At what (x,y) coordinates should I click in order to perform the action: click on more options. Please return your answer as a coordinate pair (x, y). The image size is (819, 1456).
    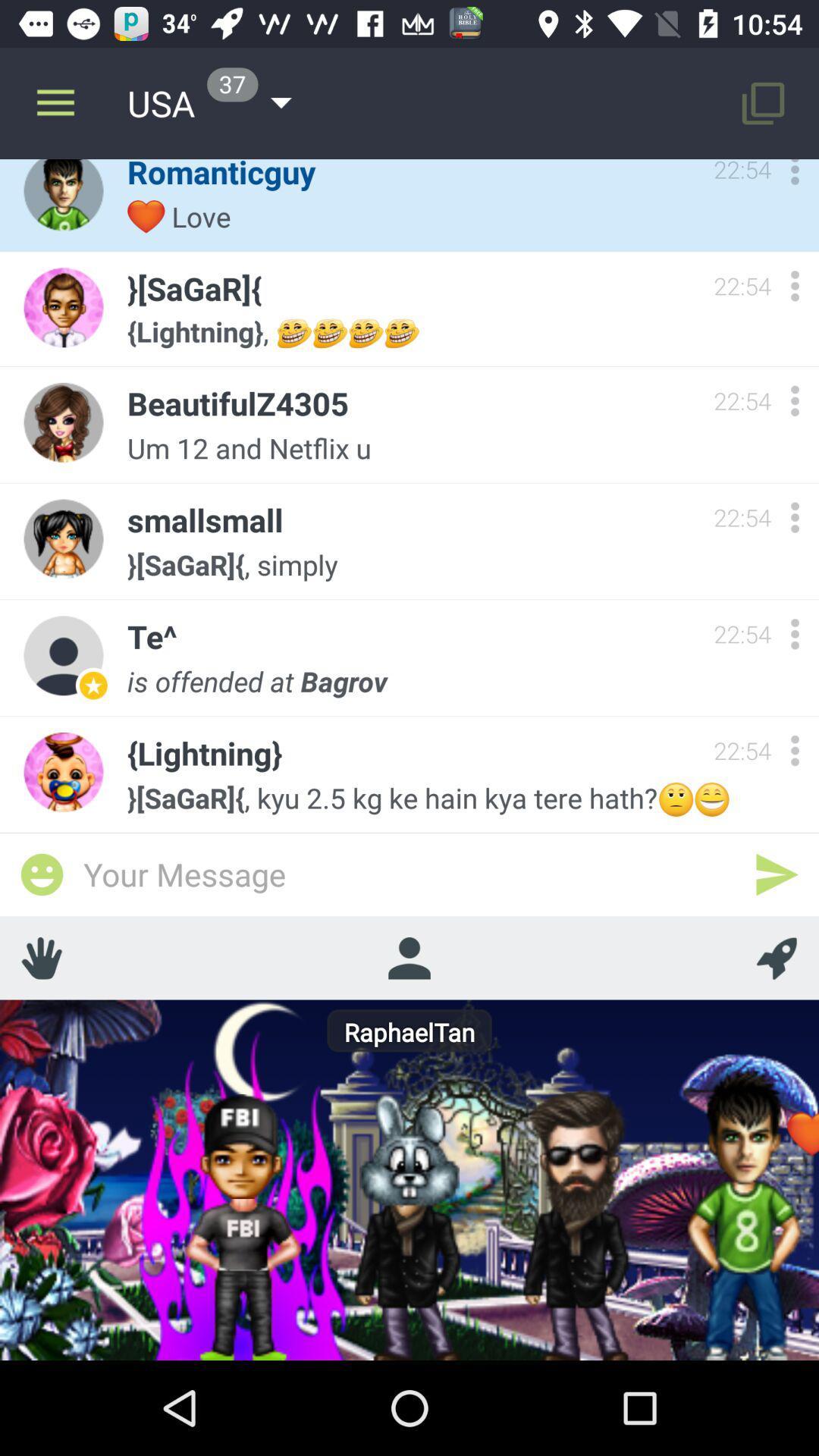
    Looking at the image, I should click on (794, 634).